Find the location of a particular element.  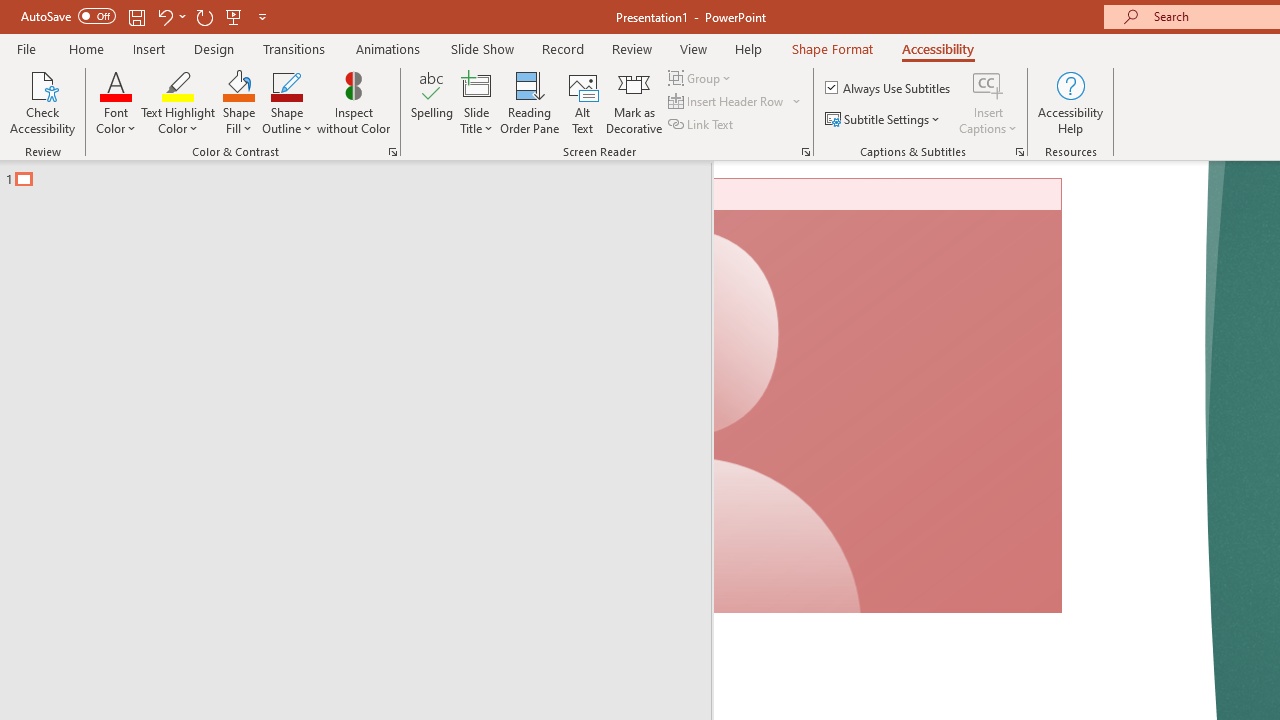

'Reading Order Pane' is located at coordinates (529, 103).